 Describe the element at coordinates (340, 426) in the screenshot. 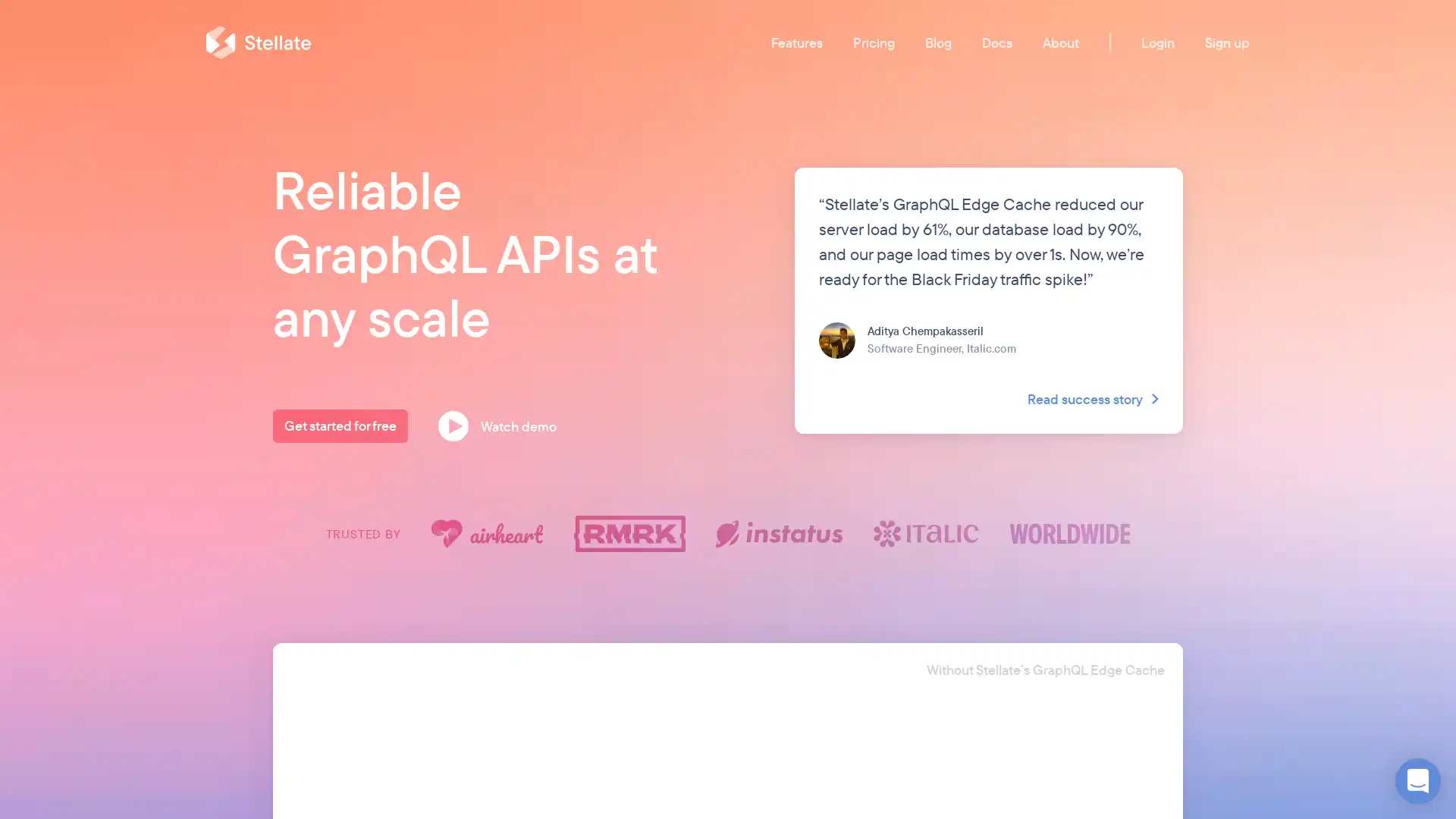

I see `Get started for free` at that location.